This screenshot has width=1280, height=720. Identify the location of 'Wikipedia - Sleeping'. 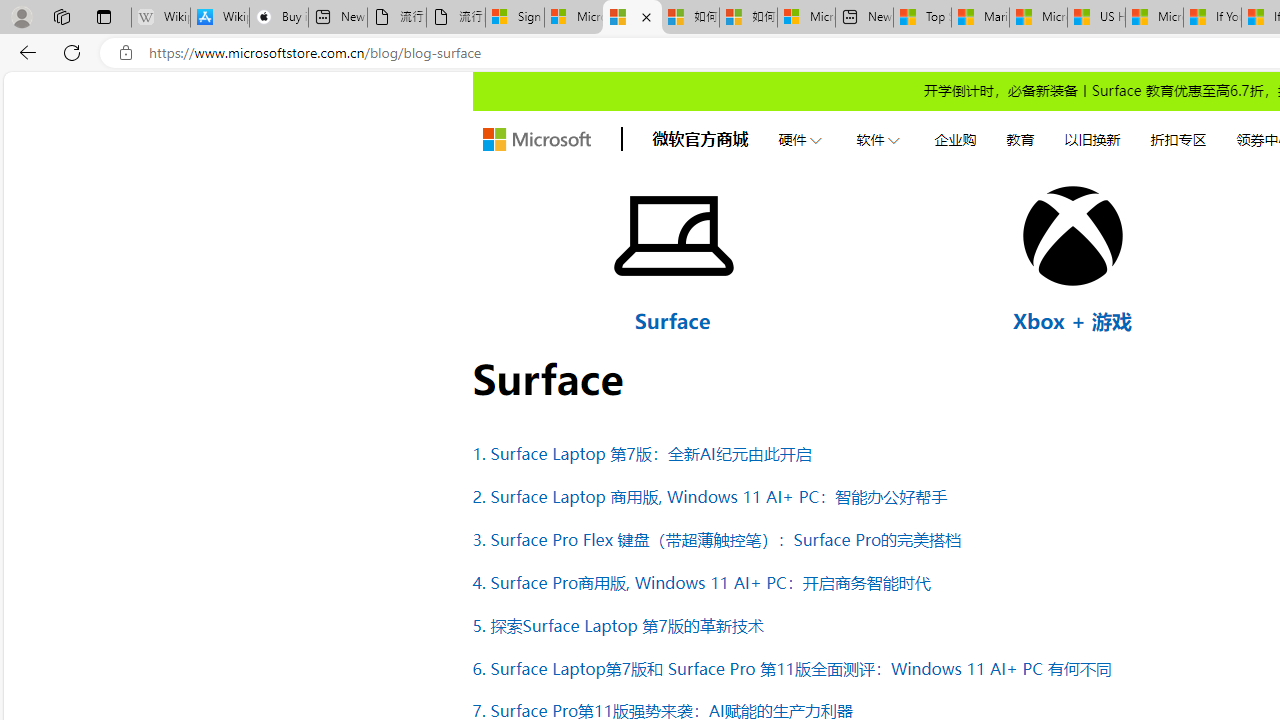
(160, 17).